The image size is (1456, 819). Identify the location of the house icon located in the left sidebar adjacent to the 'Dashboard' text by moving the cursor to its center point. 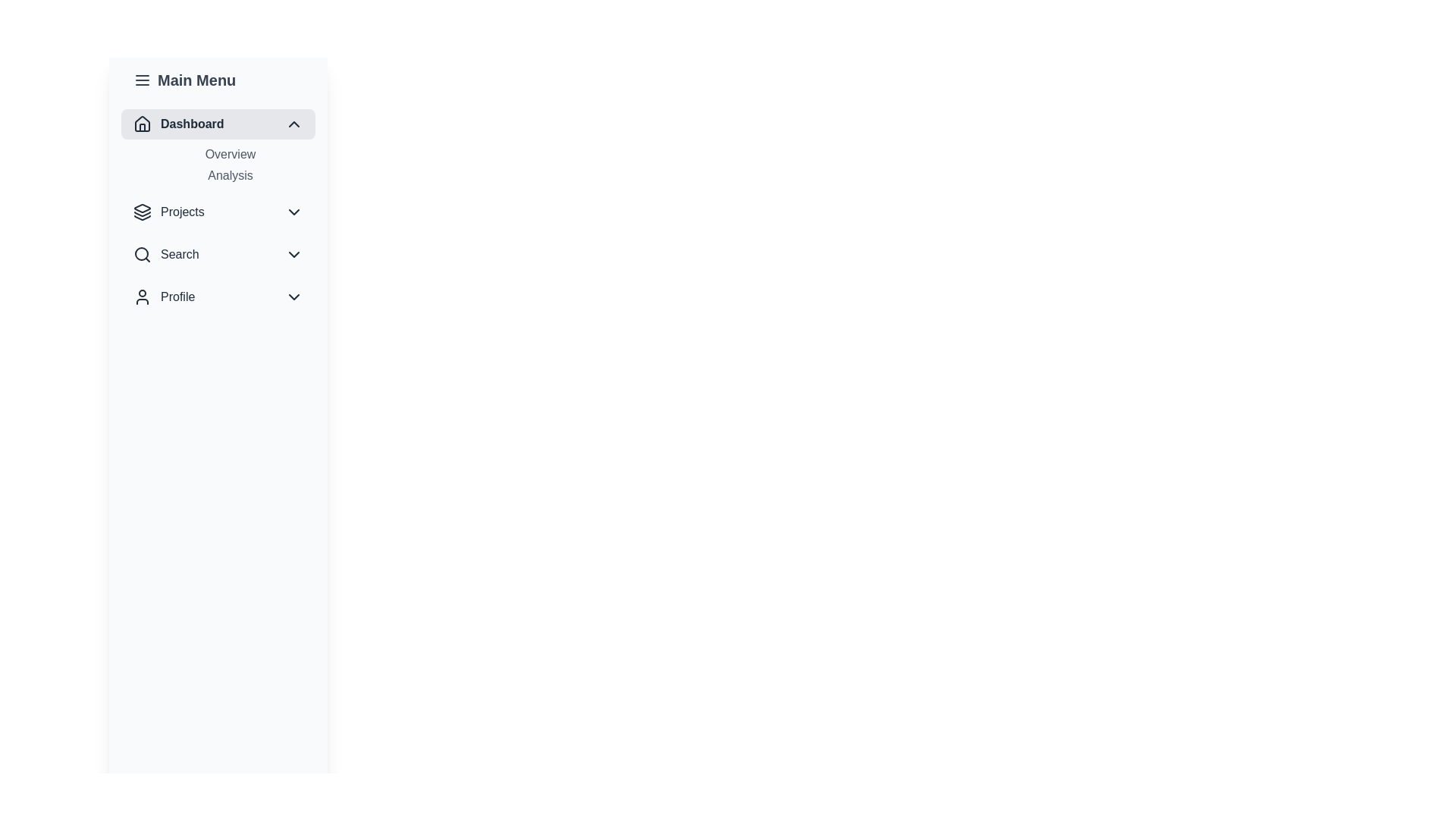
(142, 124).